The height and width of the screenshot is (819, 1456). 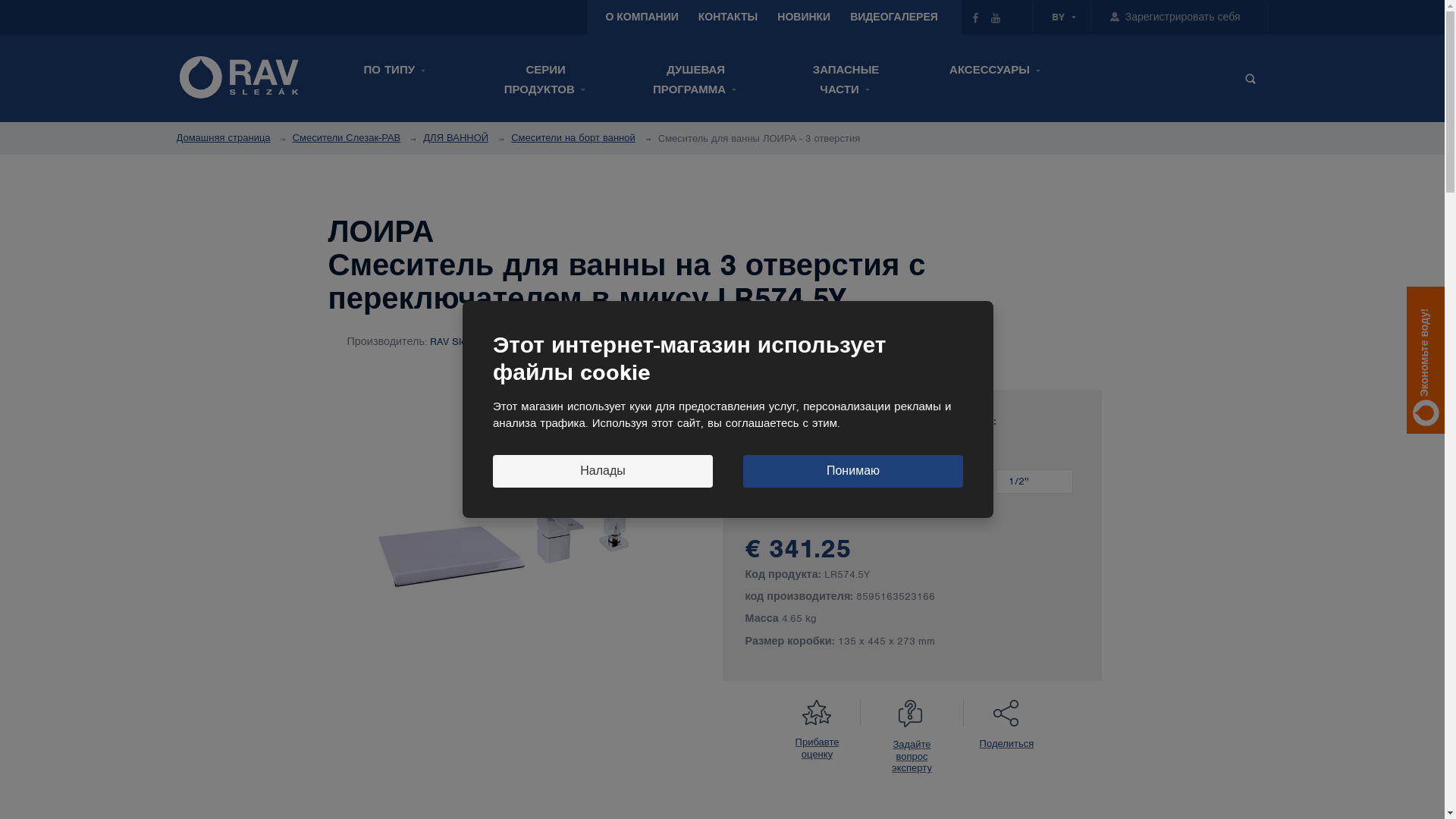 I want to click on 'Facebook', so click(x=975, y=17).